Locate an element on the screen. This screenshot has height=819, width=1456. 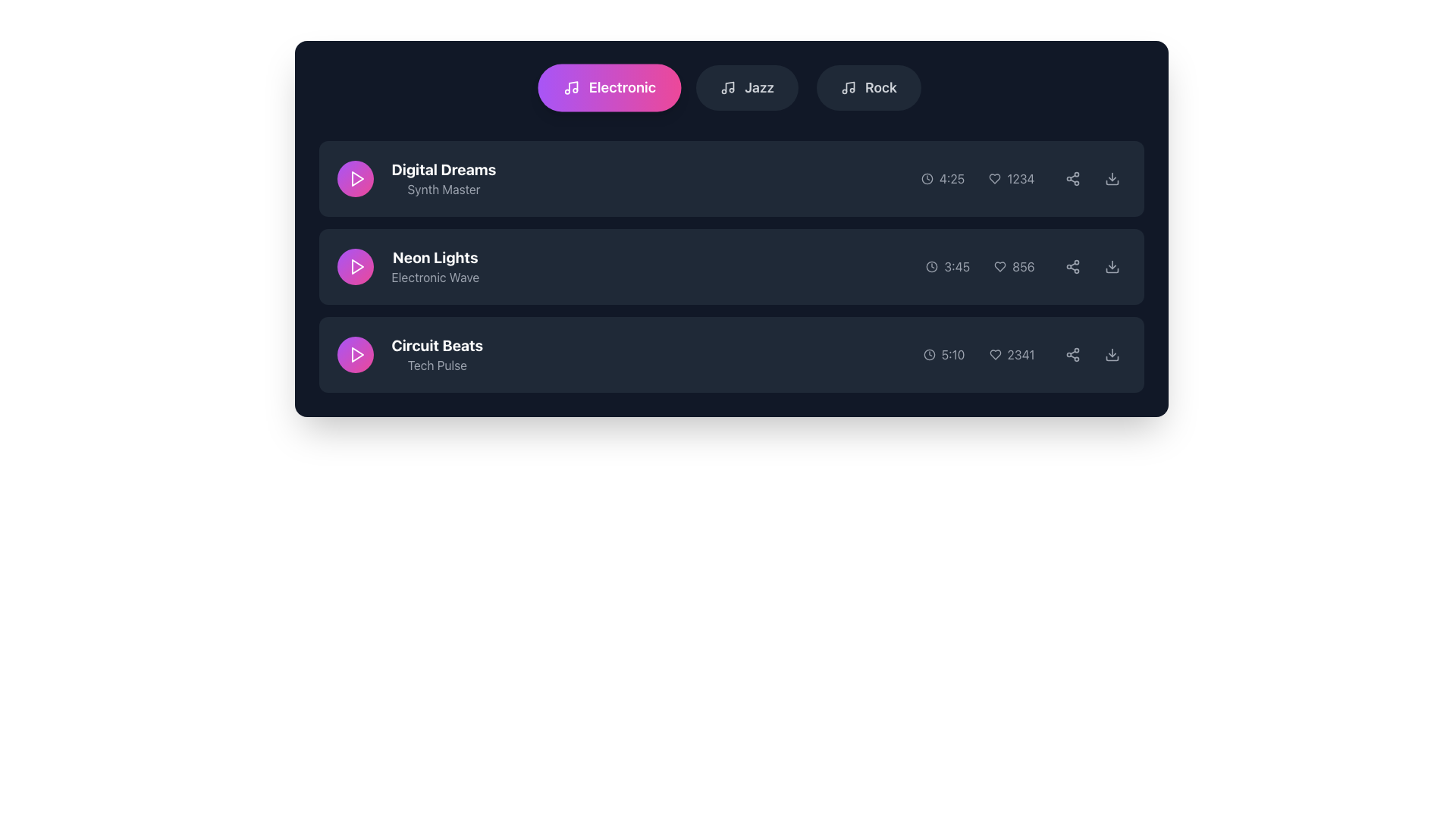
the bold white text label reading 'Neon Lights' situated in a dark rectangular background, as it is the primary title between 'Digital Dreams' and 'Circuit Beats' is located at coordinates (435, 256).